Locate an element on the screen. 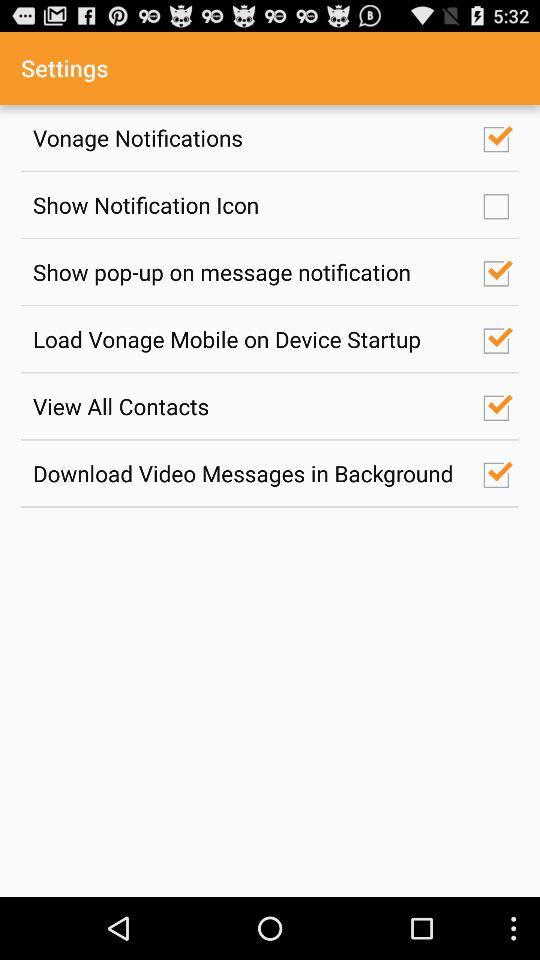 This screenshot has width=540, height=960. vonage notifications is located at coordinates (247, 136).